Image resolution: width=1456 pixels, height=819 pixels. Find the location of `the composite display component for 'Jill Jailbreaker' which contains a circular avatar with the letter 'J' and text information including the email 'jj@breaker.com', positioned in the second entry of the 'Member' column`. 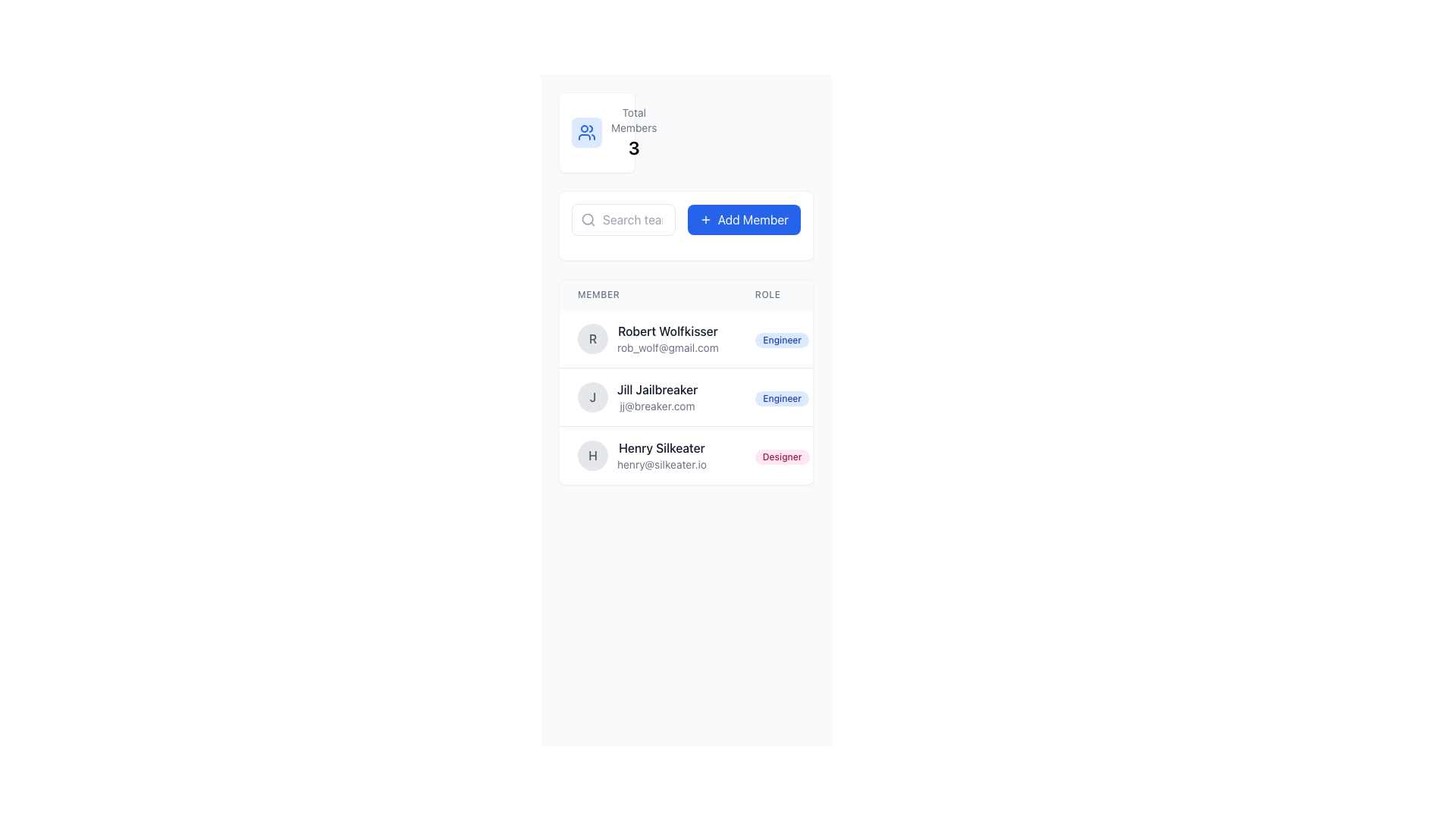

the composite display component for 'Jill Jailbreaker' which contains a circular avatar with the letter 'J' and text information including the email 'jj@breaker.com', positioned in the second entry of the 'Member' column is located at coordinates (648, 397).